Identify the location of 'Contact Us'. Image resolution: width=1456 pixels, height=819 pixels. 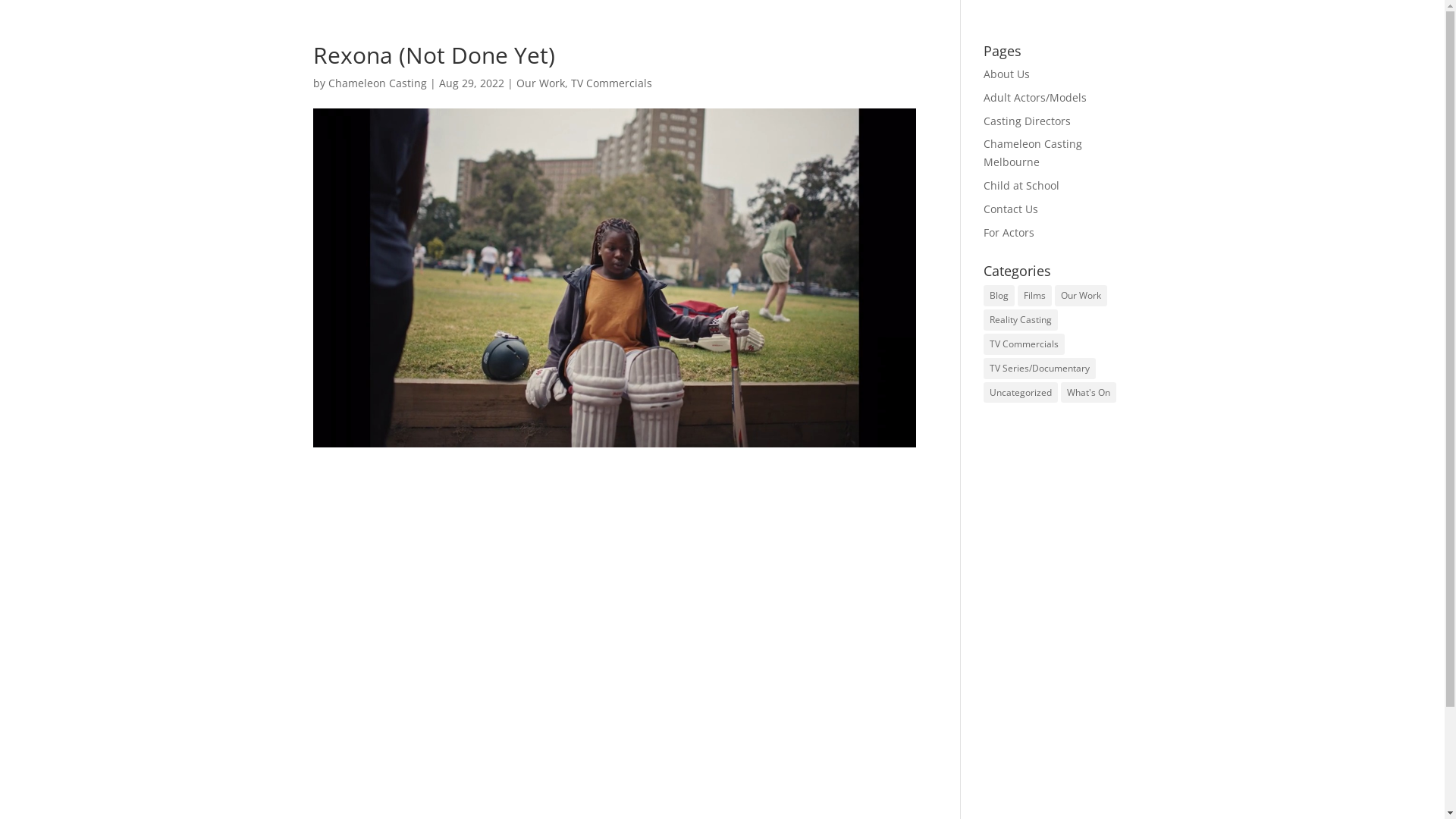
(1011, 209).